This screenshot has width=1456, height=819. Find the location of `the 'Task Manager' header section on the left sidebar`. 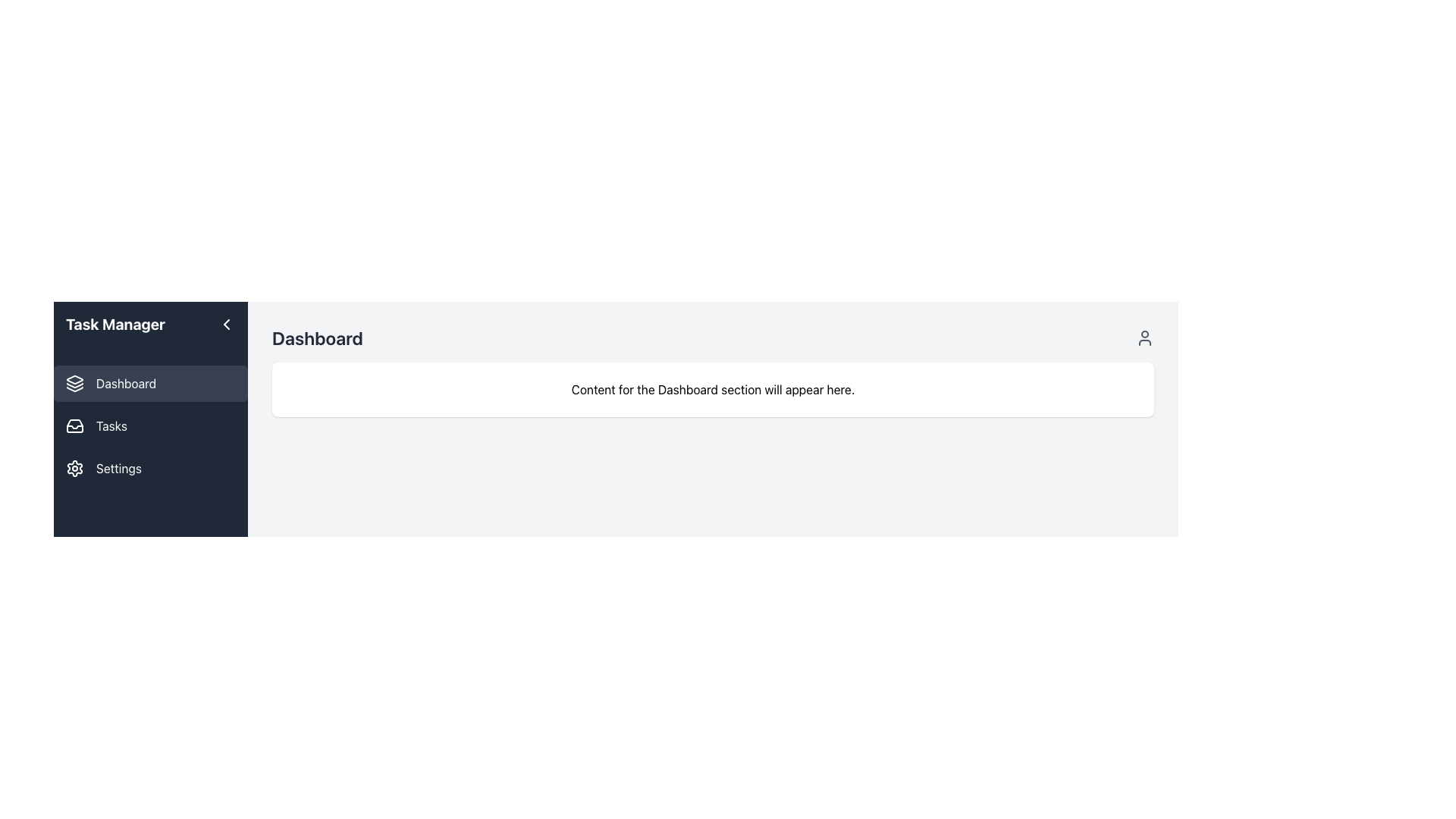

the 'Task Manager' header section on the left sidebar is located at coordinates (150, 324).